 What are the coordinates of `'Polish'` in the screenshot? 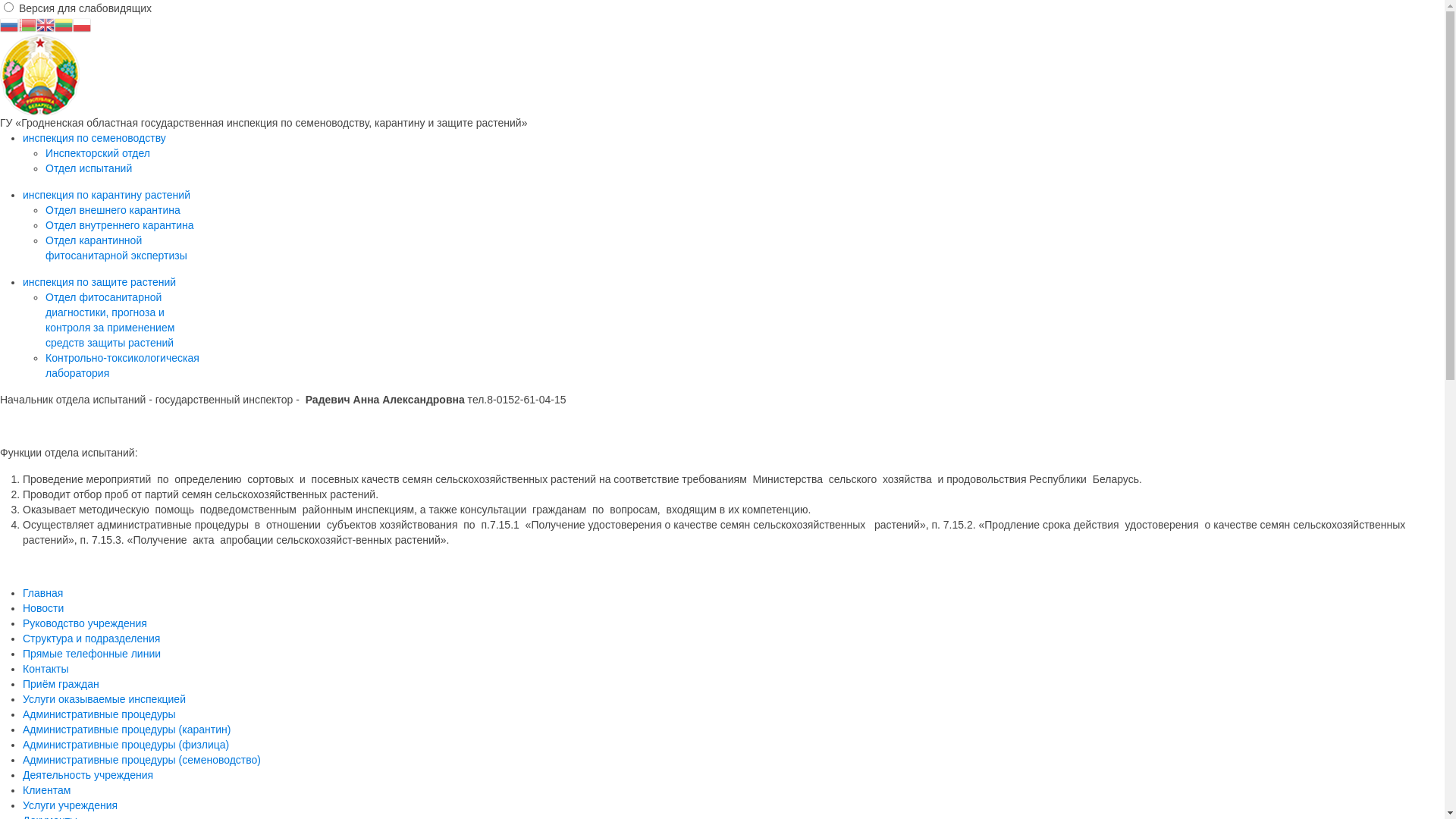 It's located at (81, 24).